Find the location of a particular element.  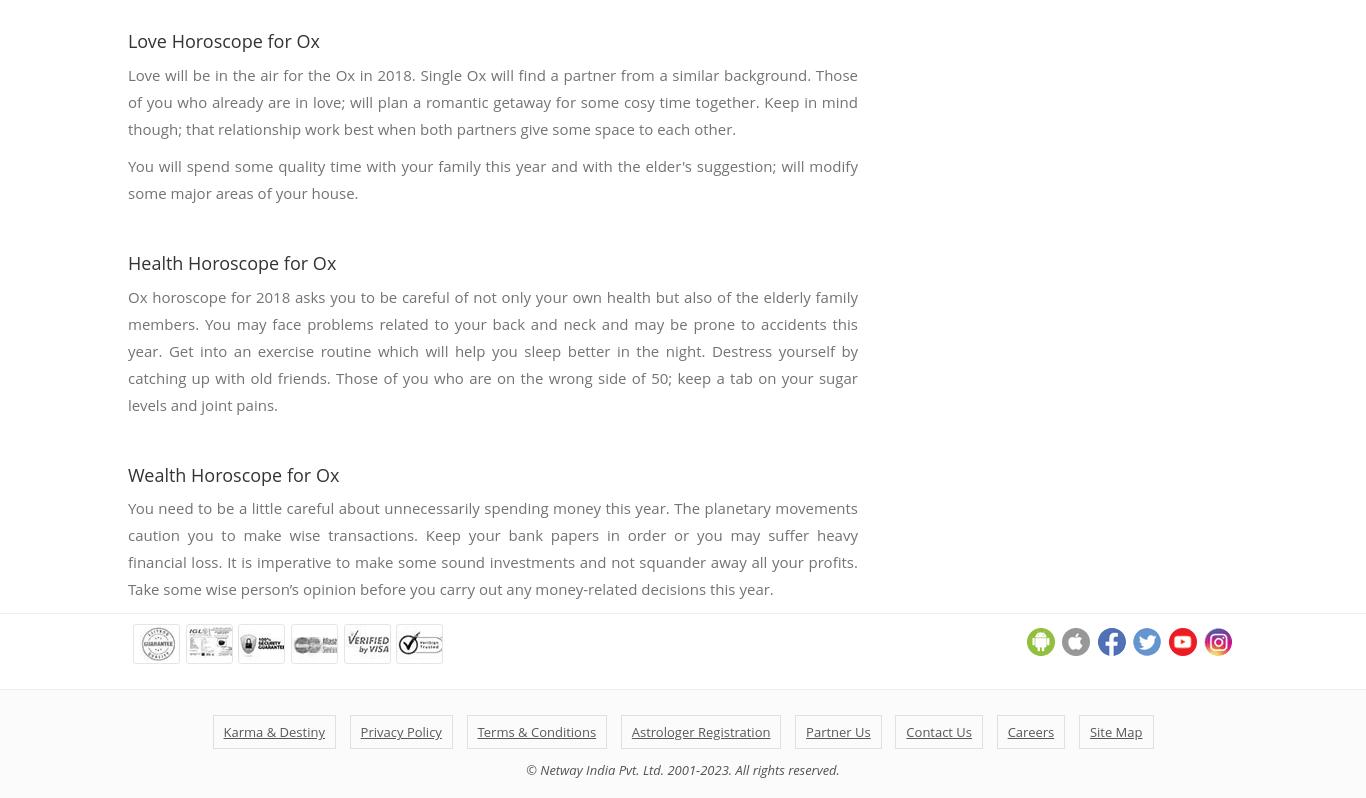

'Karma & Destiny' is located at coordinates (273, 732).